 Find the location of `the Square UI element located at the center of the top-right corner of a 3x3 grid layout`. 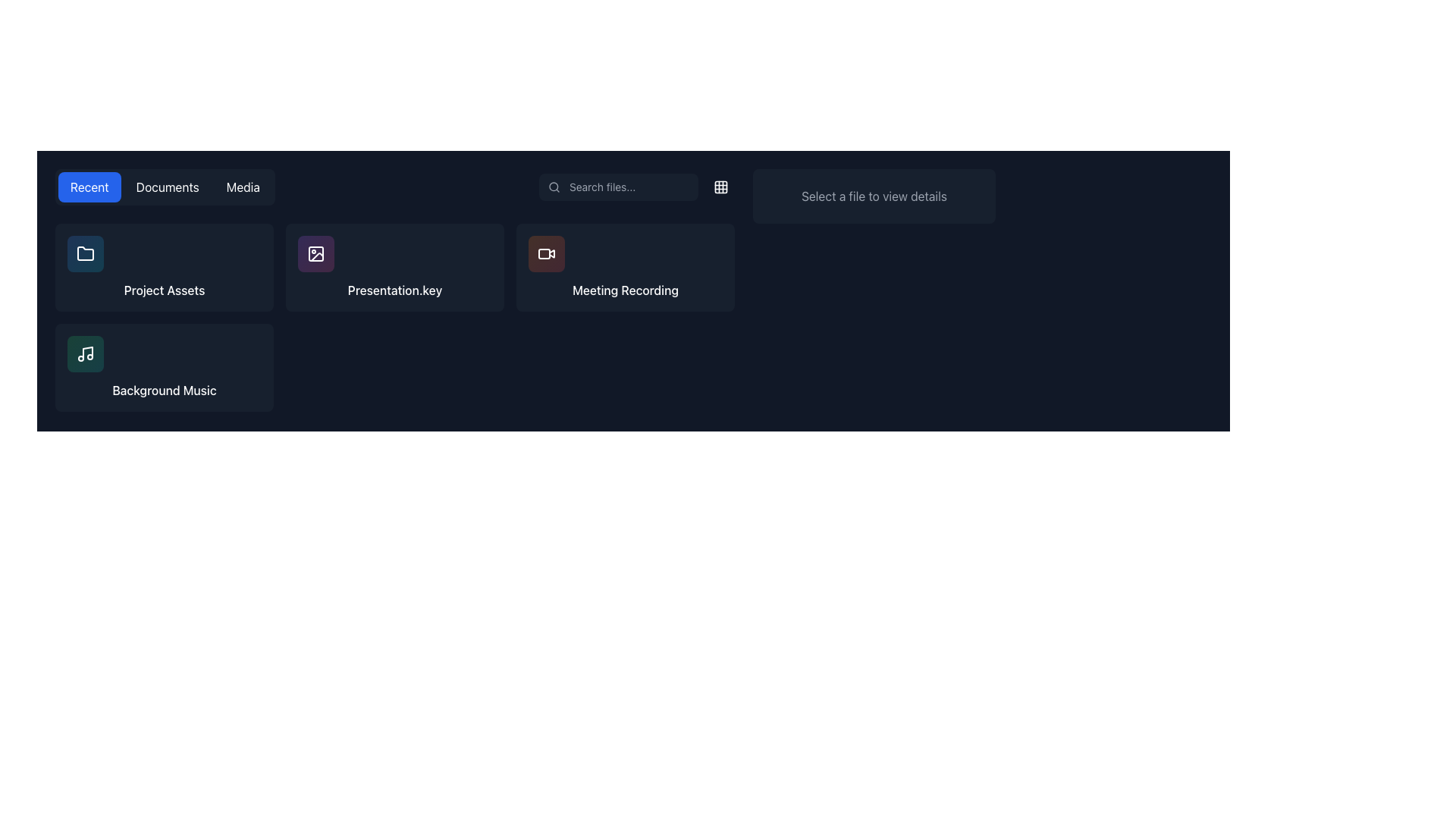

the Square UI element located at the center of the top-right corner of a 3x3 grid layout is located at coordinates (720, 186).